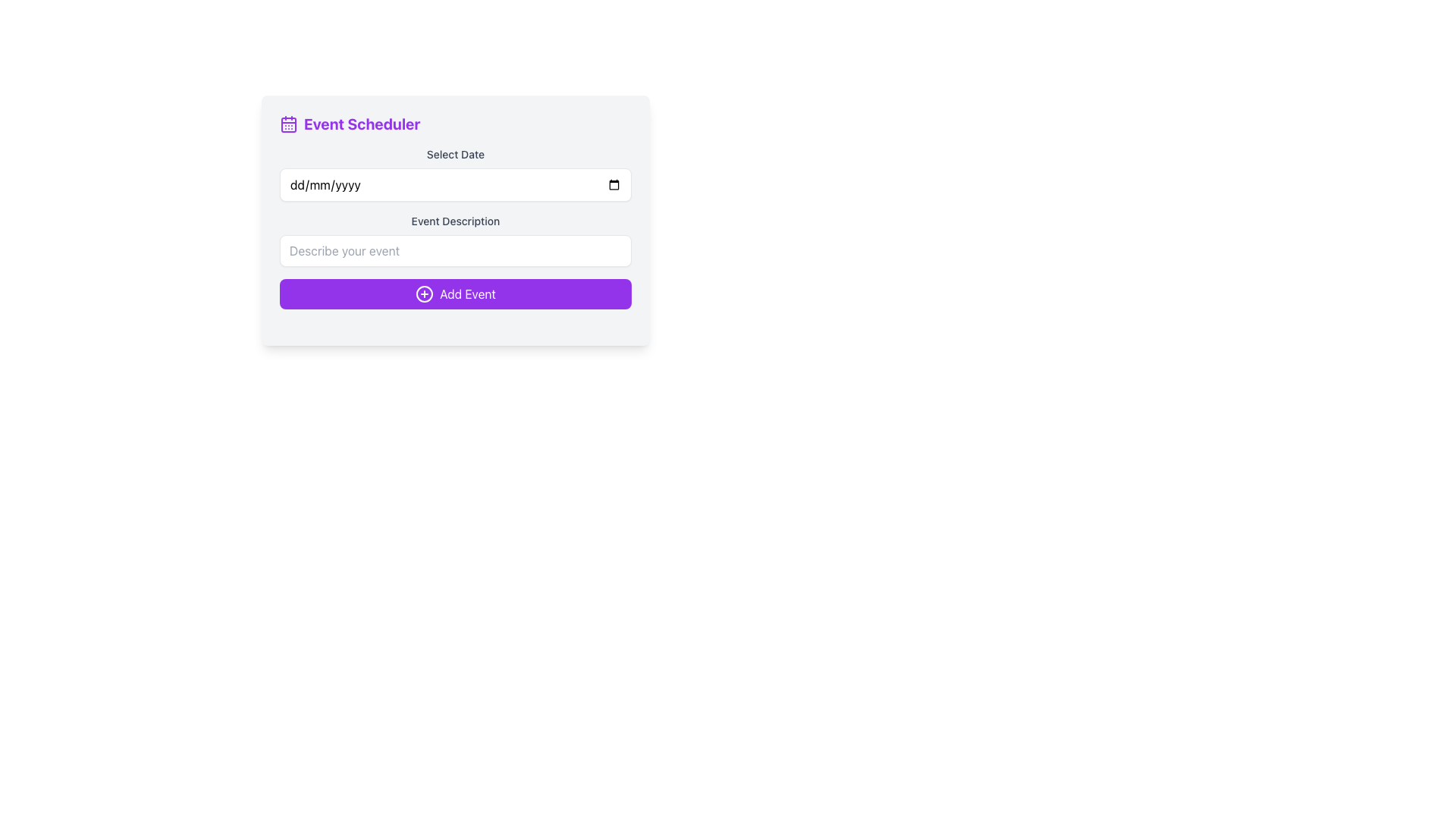 The image size is (1456, 819). I want to click on the decorative iconographic circle that enhances the 'Add Event' button's visual appeal, located at the center of the button's graphical icon, so click(425, 294).